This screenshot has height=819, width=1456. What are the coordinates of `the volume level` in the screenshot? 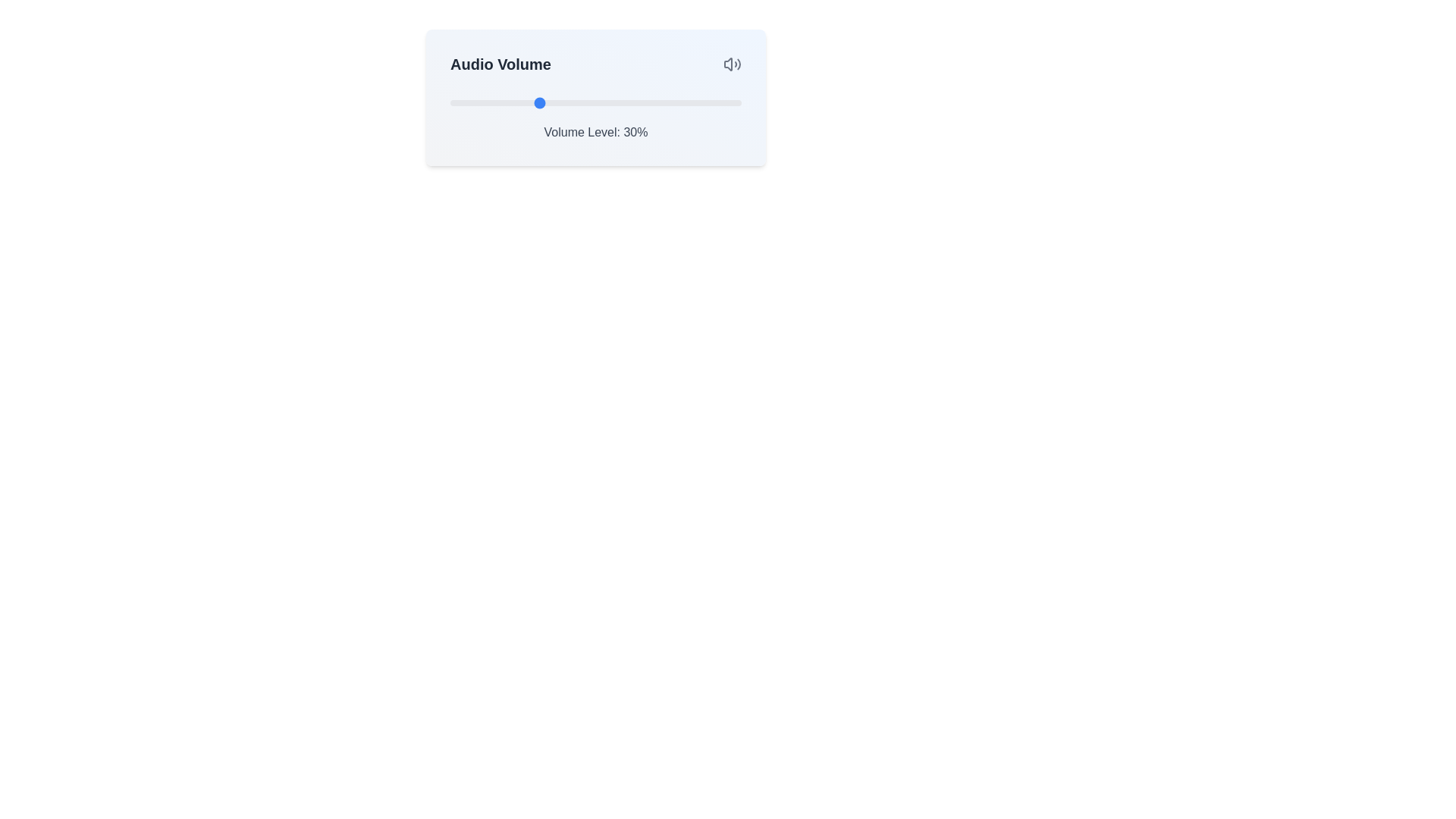 It's located at (554, 102).